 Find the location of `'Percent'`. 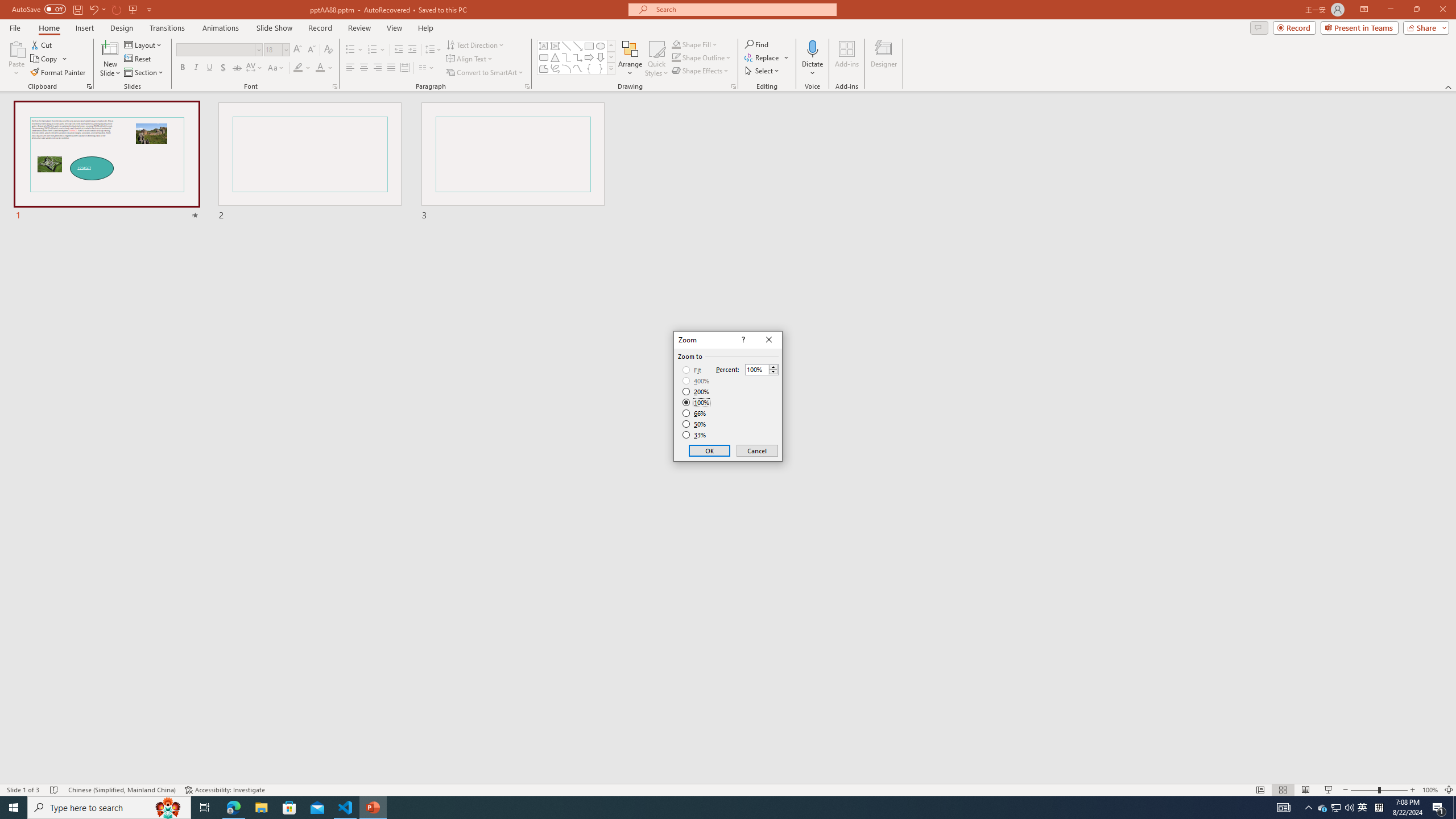

'Percent' is located at coordinates (756, 370).